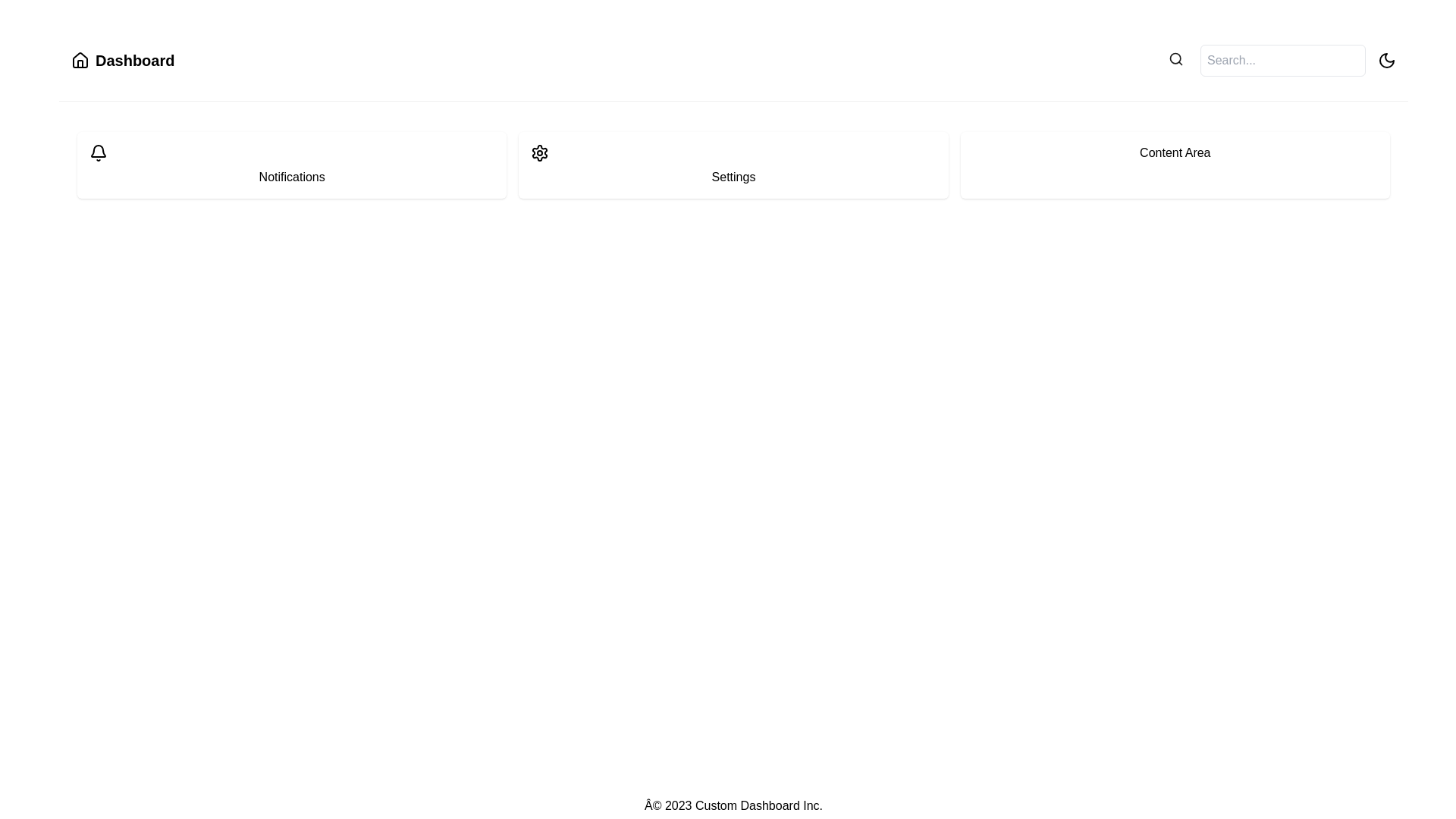 The image size is (1456, 819). I want to click on the moon icon located in the top-right corner of the interface, so click(1386, 60).